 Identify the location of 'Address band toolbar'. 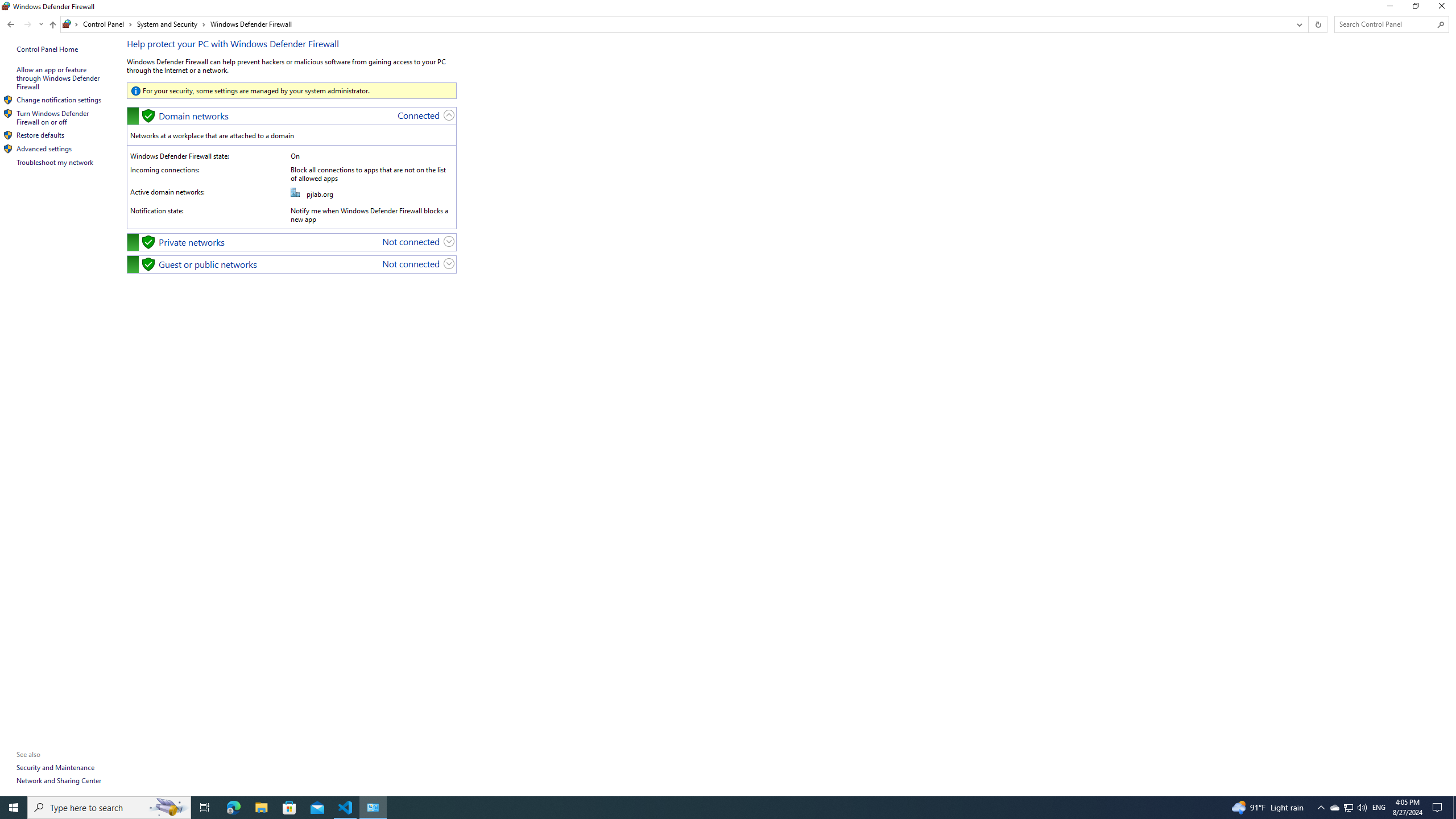
(1308, 24).